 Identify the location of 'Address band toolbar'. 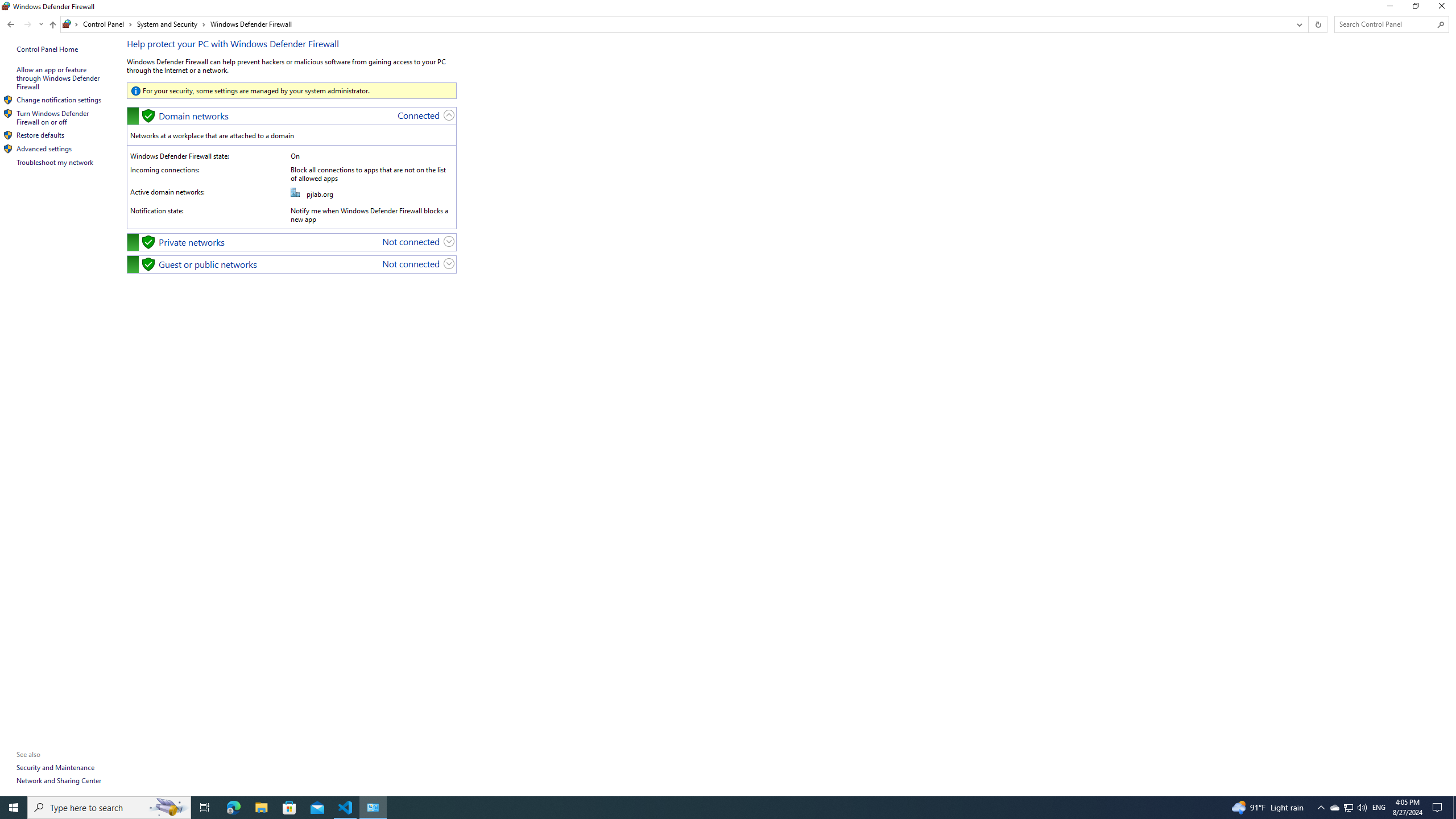
(1308, 24).